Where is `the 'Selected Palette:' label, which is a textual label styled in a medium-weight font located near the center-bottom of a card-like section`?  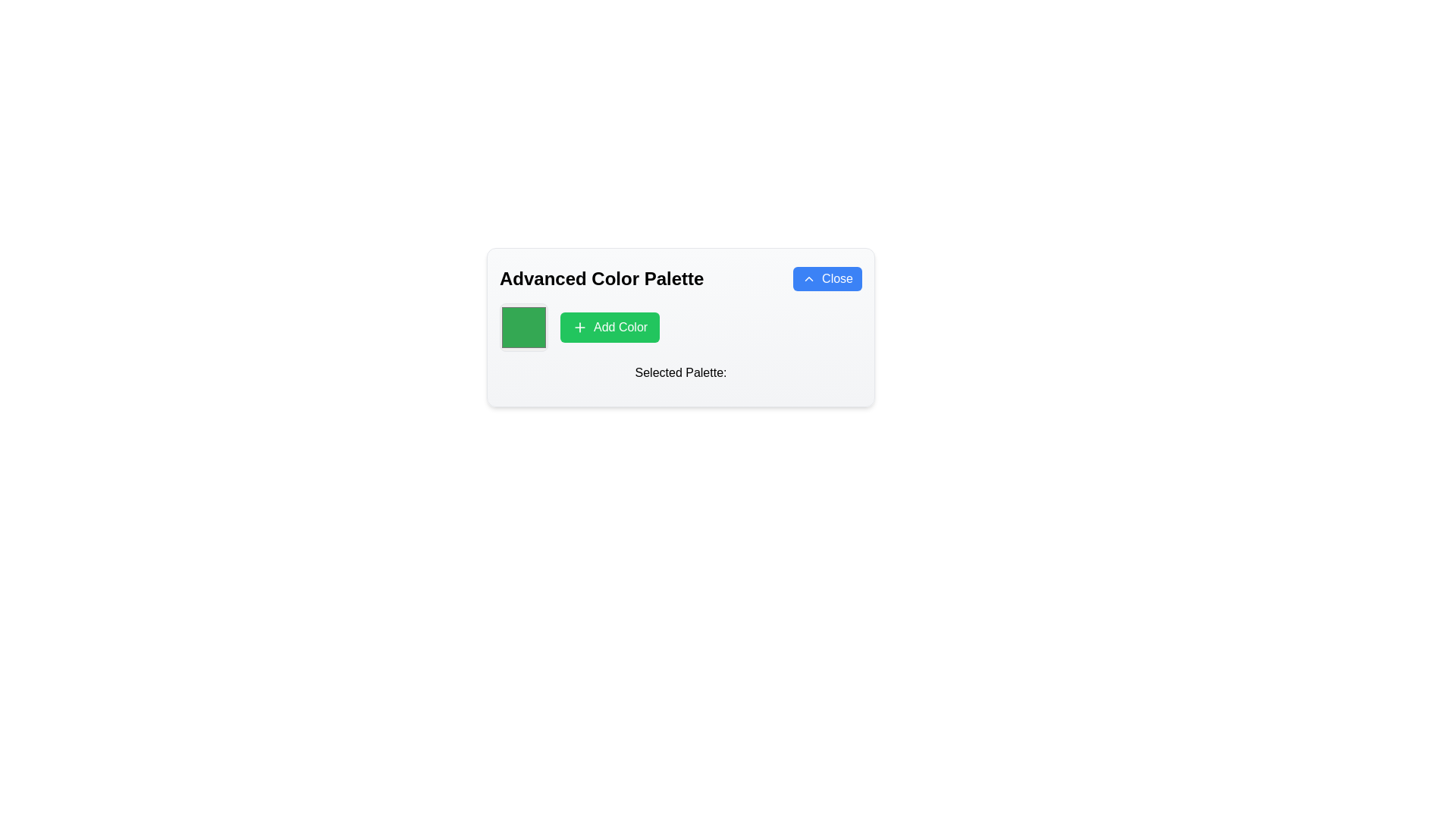 the 'Selected Palette:' label, which is a textual label styled in a medium-weight font located near the center-bottom of a card-like section is located at coordinates (679, 373).